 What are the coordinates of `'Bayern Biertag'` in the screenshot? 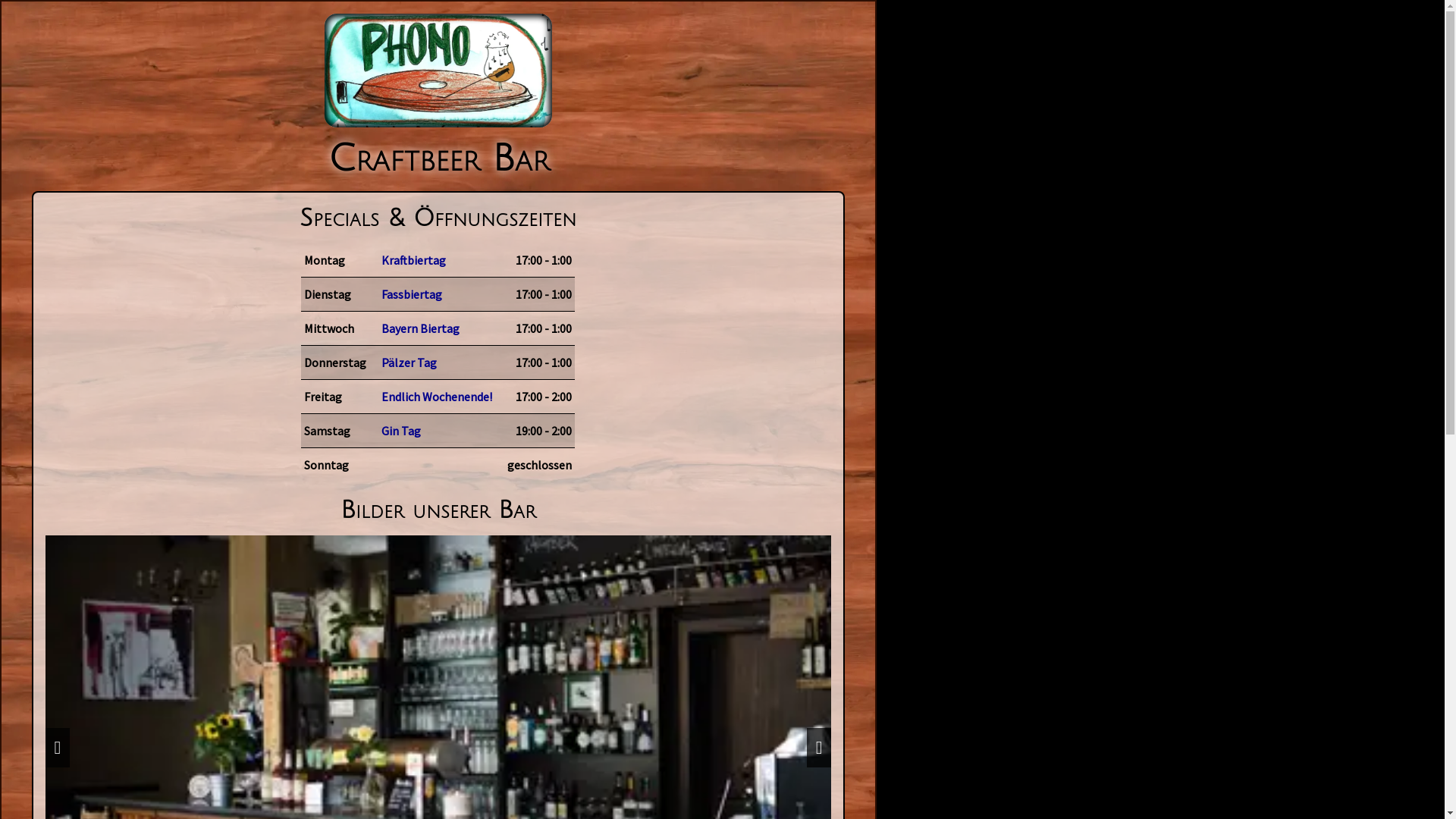 It's located at (436, 327).